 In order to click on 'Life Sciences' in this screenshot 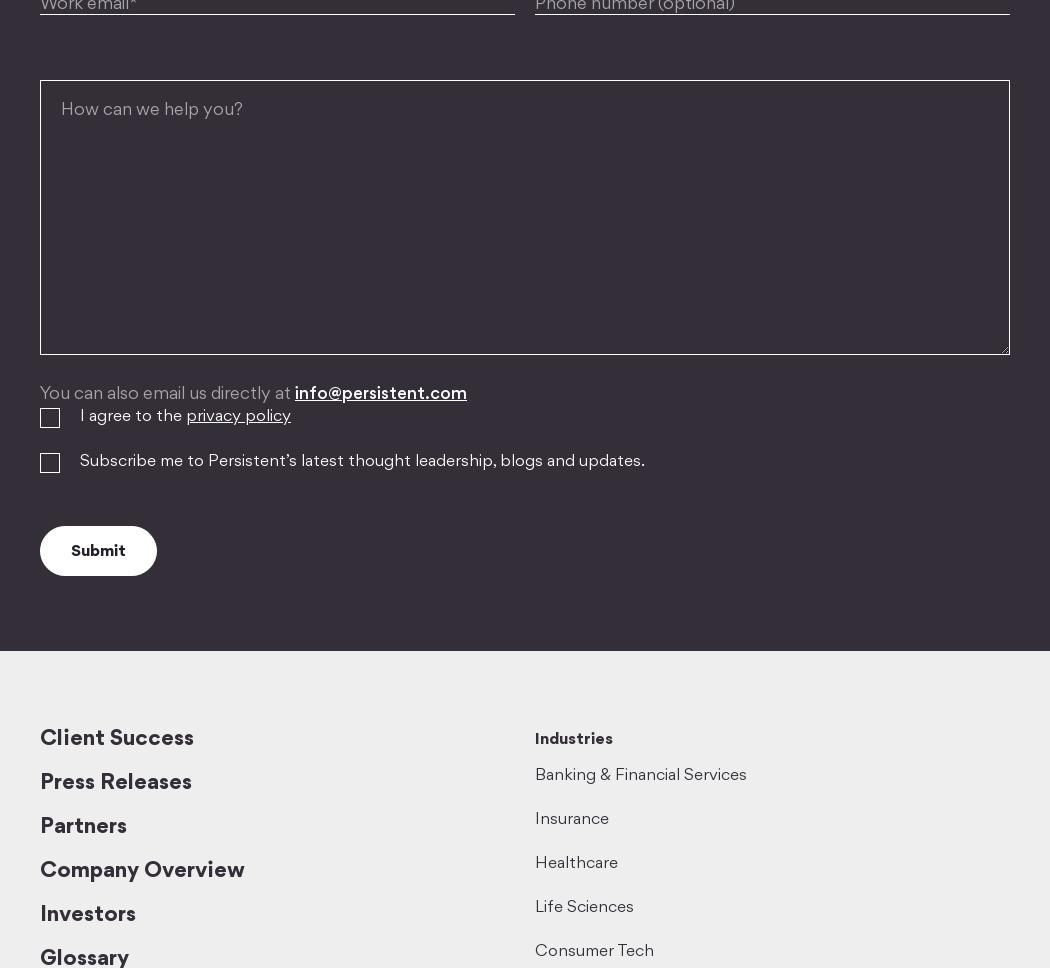, I will do `click(583, 907)`.